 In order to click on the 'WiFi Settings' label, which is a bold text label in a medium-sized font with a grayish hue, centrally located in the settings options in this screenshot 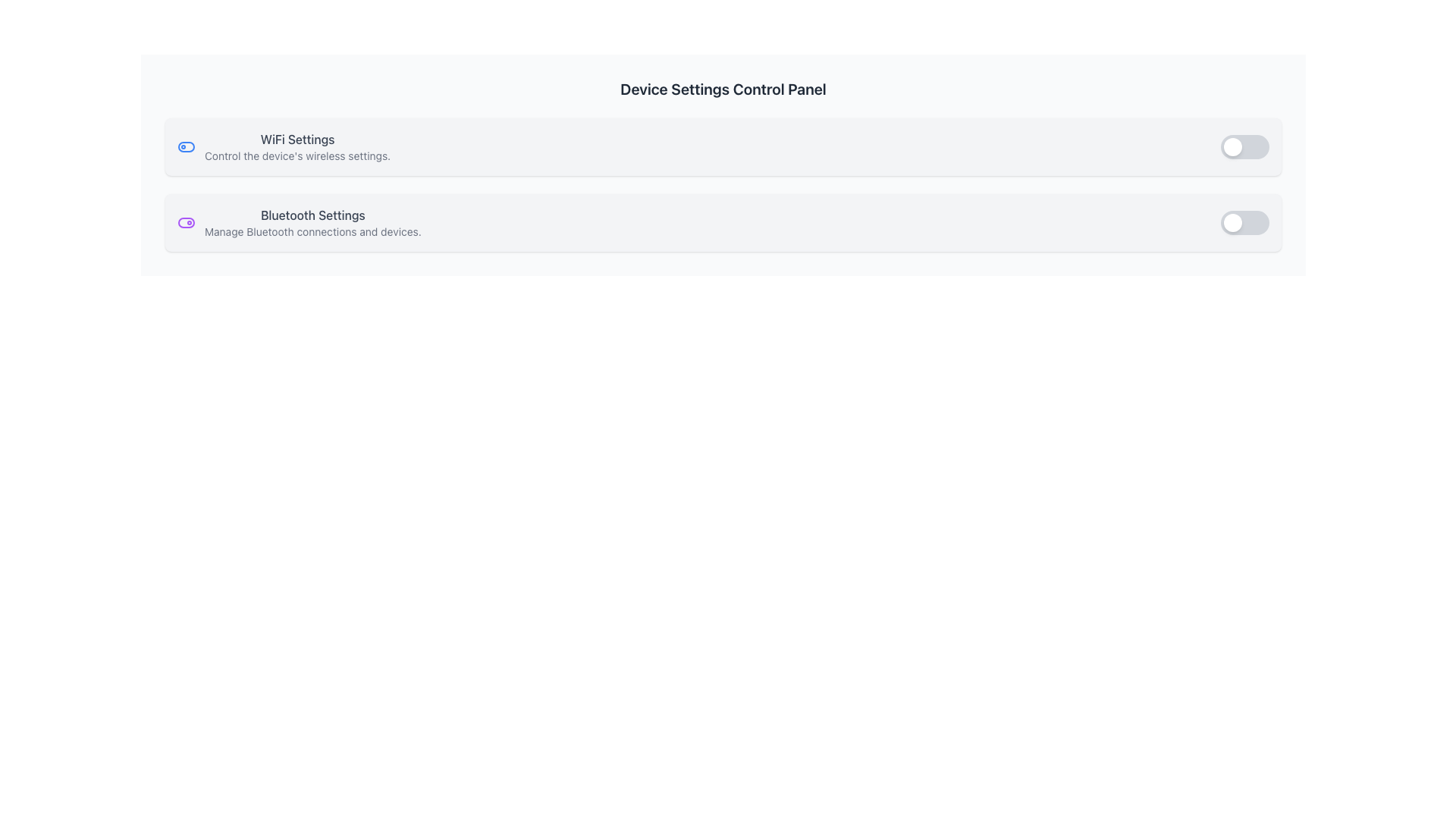, I will do `click(297, 140)`.